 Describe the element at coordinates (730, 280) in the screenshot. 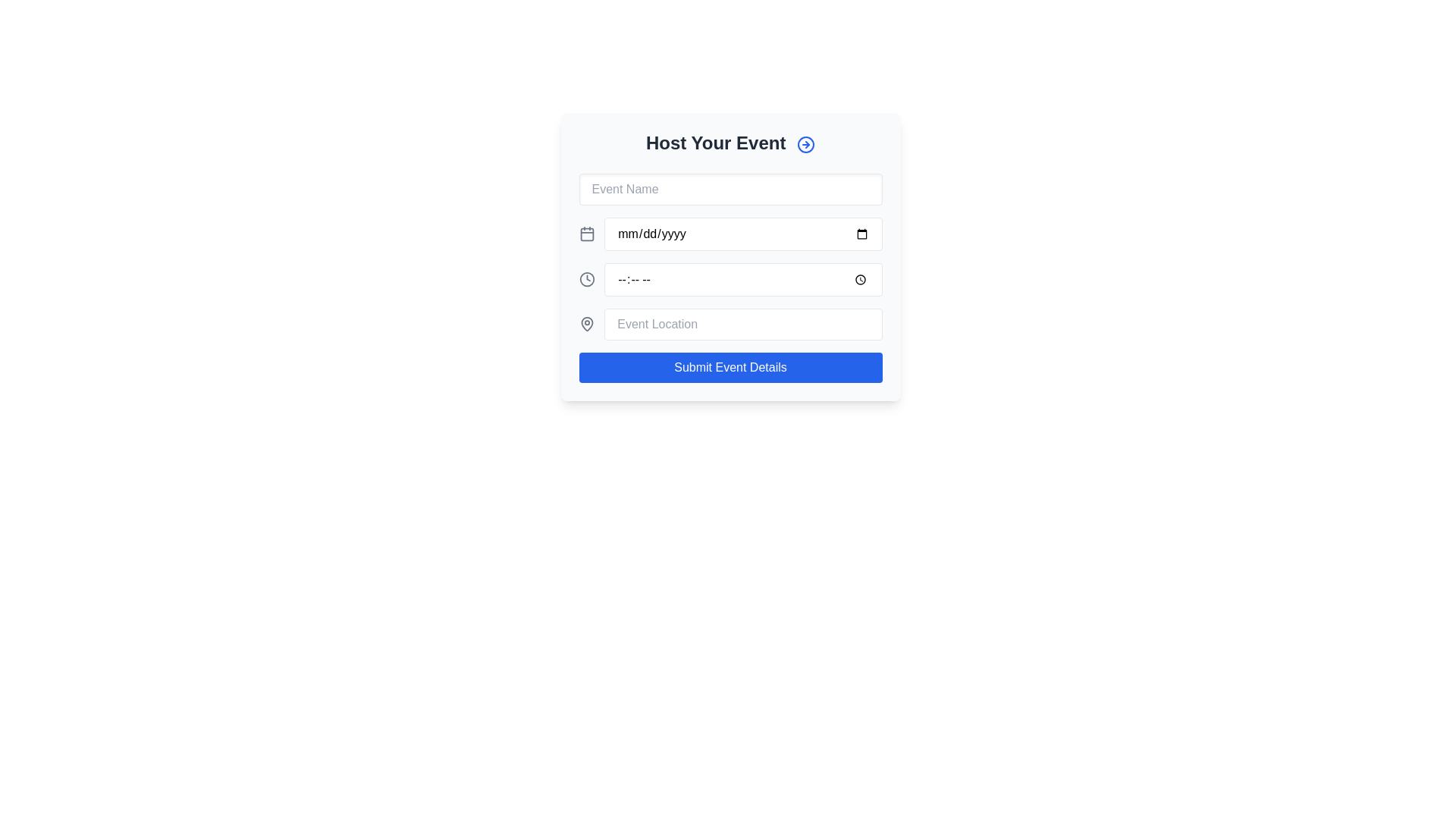

I see `the Time Input Field, which is the third input field in the 'Host Your Event' section` at that location.